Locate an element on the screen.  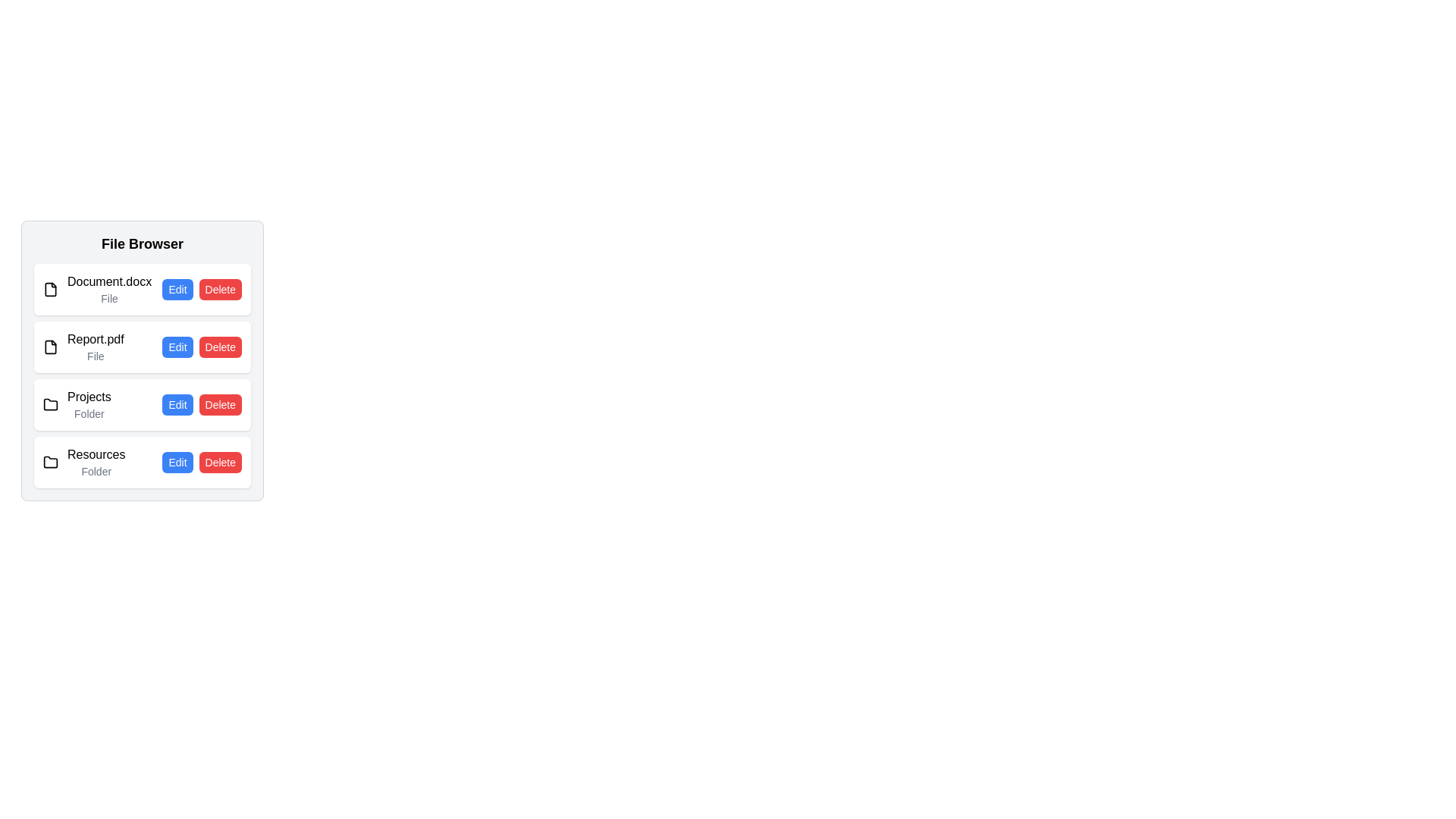
the file or folder named Report.pdf is located at coordinates (142, 347).